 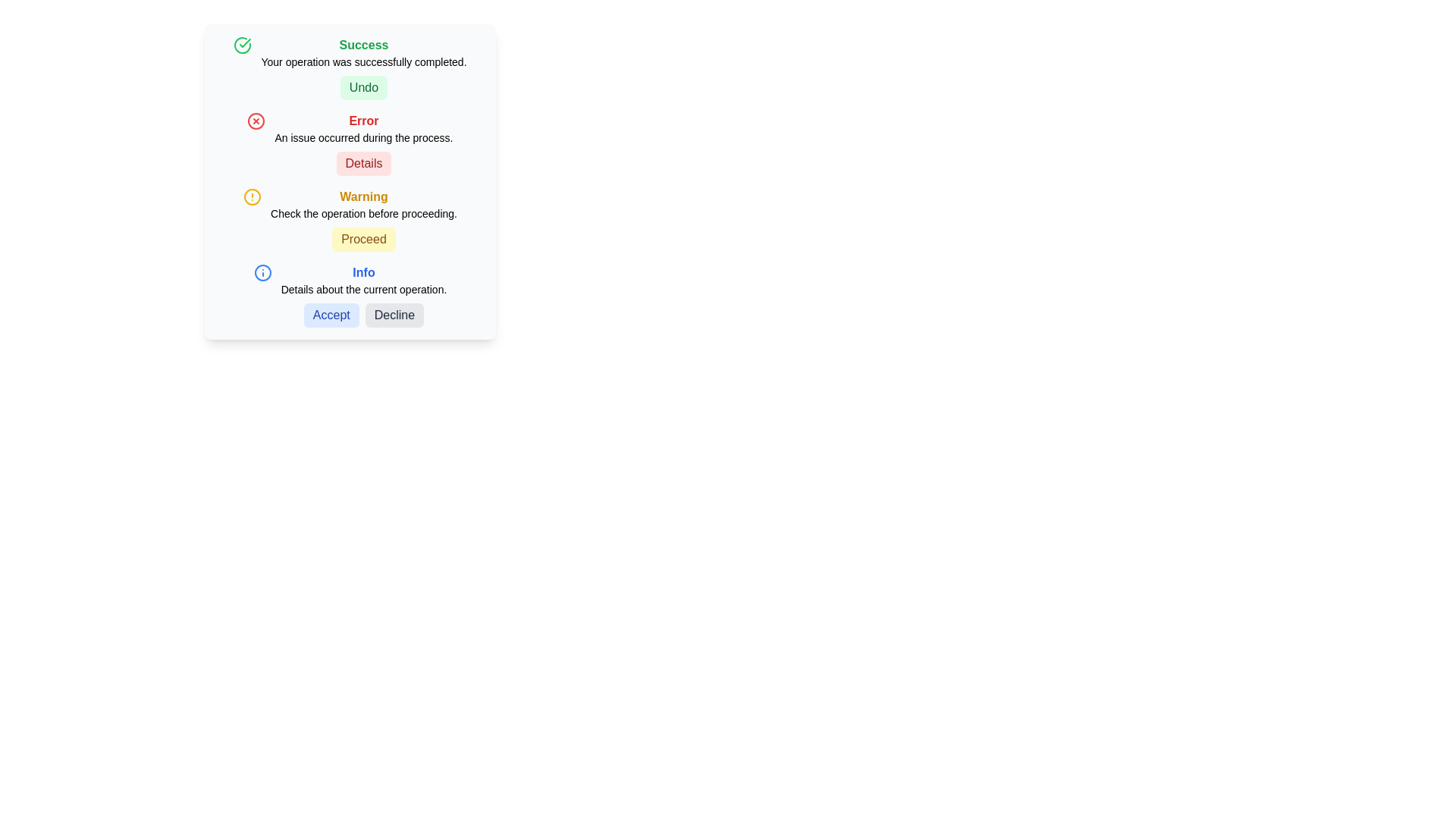 What do you see at coordinates (394, 315) in the screenshot?
I see `the 'Decline' button, which is a rectangular button with a light gray background and dark gray text, positioned to the right of the 'Accept' button at the bottom of the interface` at bounding box center [394, 315].